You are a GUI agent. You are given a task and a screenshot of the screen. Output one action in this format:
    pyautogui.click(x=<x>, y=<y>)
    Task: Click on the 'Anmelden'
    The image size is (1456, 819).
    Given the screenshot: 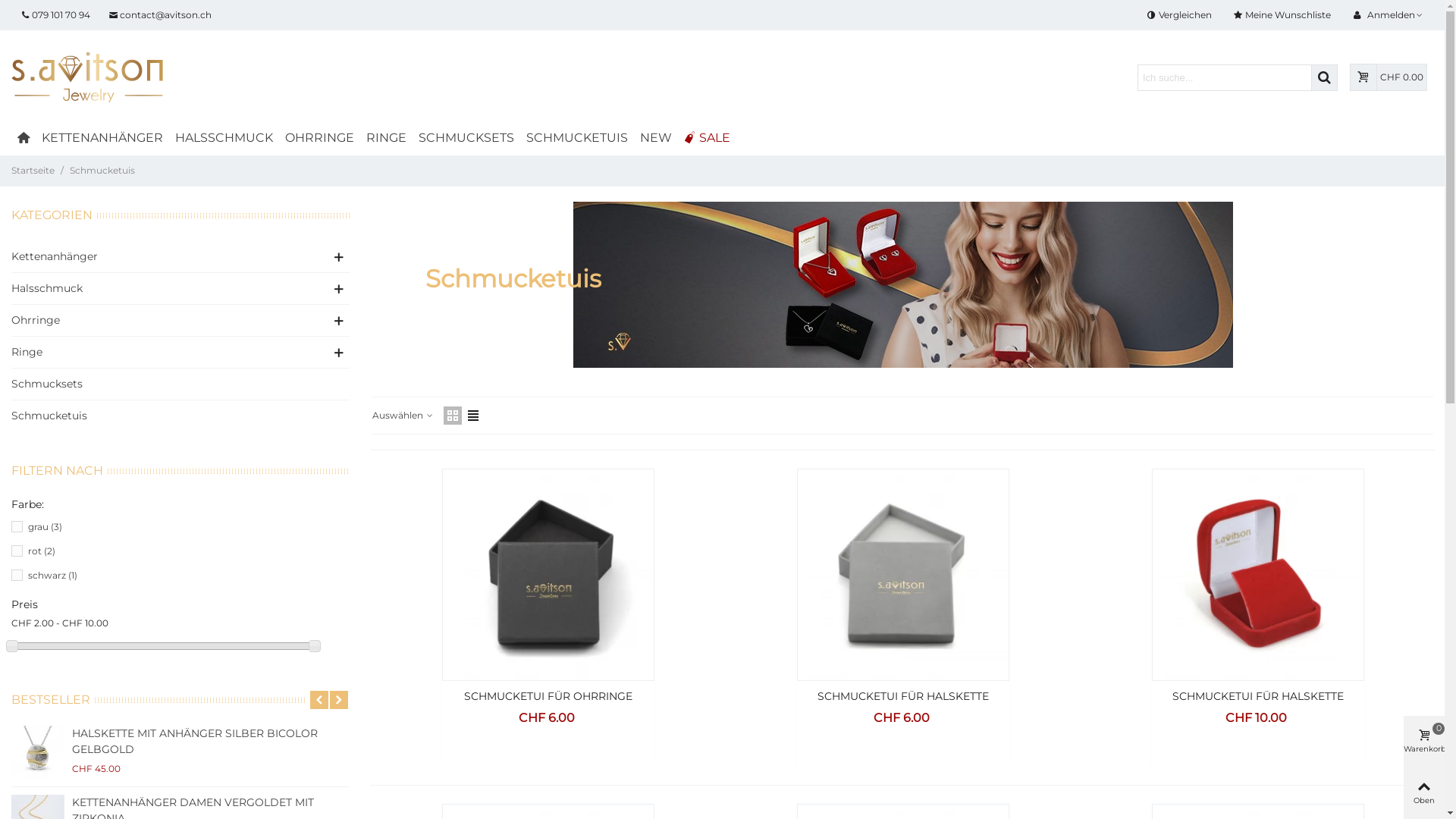 What is the action you would take?
    pyautogui.click(x=1388, y=14)
    